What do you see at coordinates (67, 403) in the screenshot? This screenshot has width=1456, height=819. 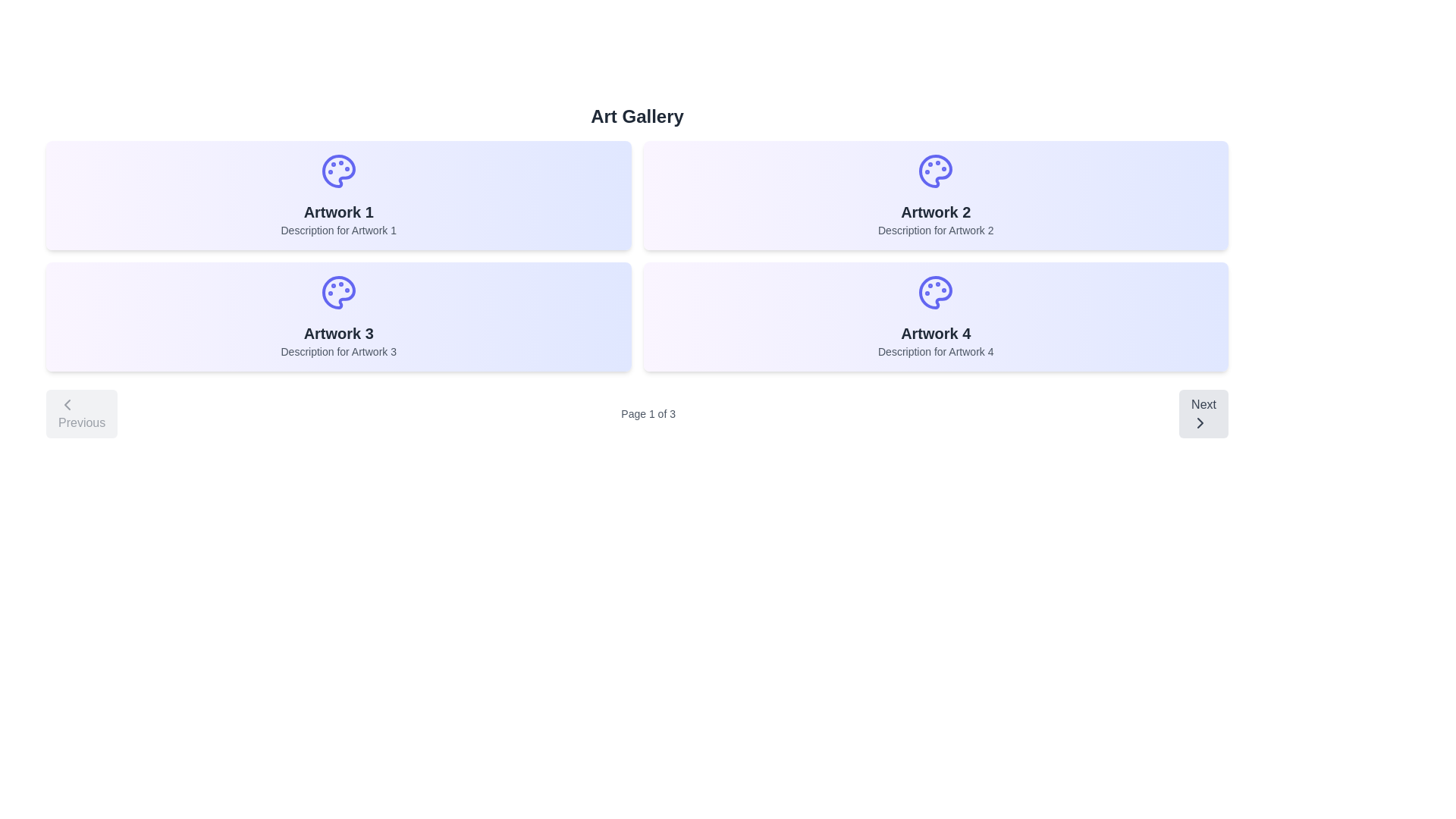 I see `the left arrow icon located in the bottom-left corner of the interface` at bounding box center [67, 403].